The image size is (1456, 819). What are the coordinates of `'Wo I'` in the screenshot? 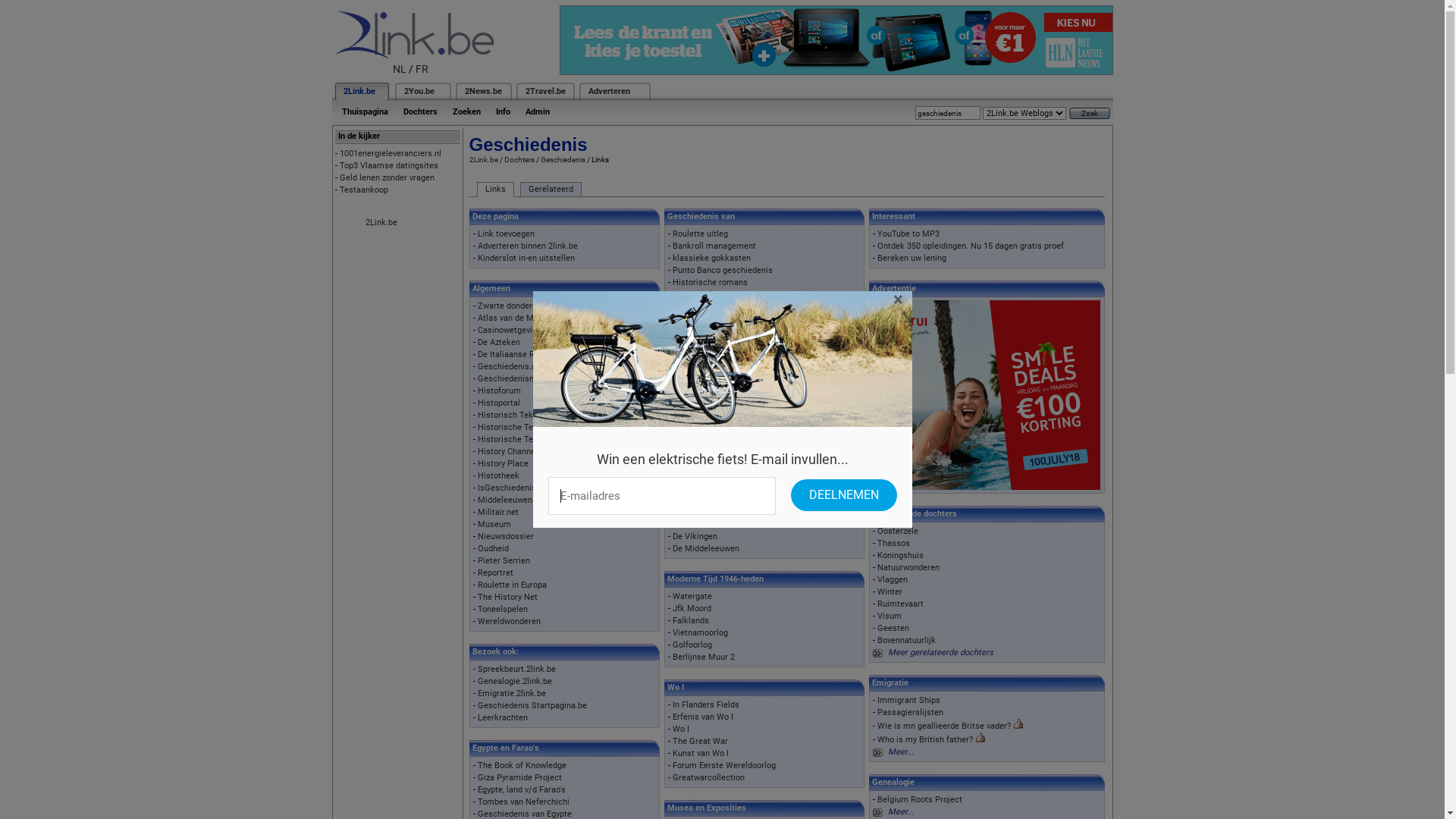 It's located at (679, 728).